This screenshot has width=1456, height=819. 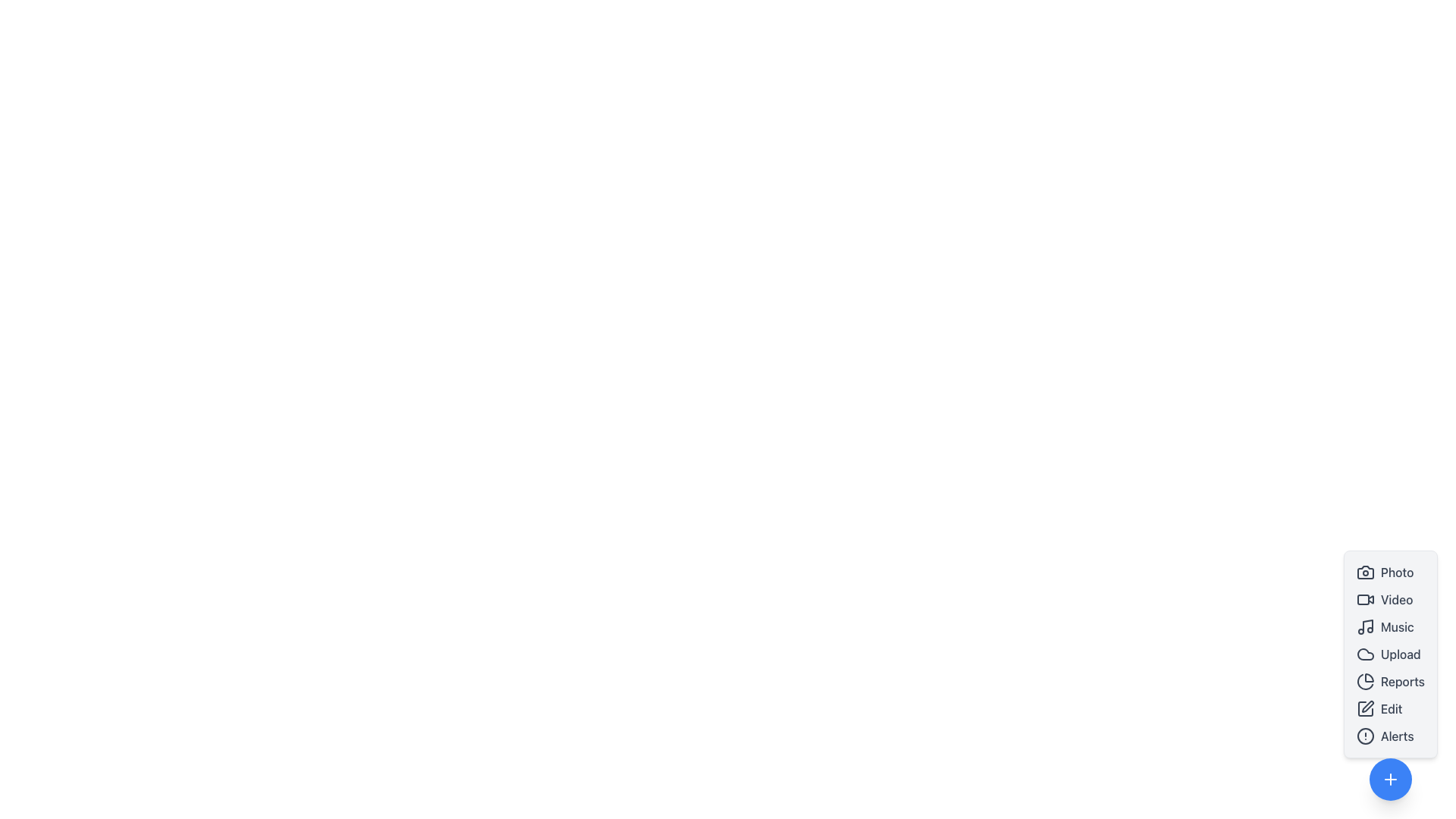 I want to click on the label that indicates functionality for managing or viewing photos, which is located to the right of the camera icon and is the first item in a vertical stack of options, so click(x=1396, y=573).